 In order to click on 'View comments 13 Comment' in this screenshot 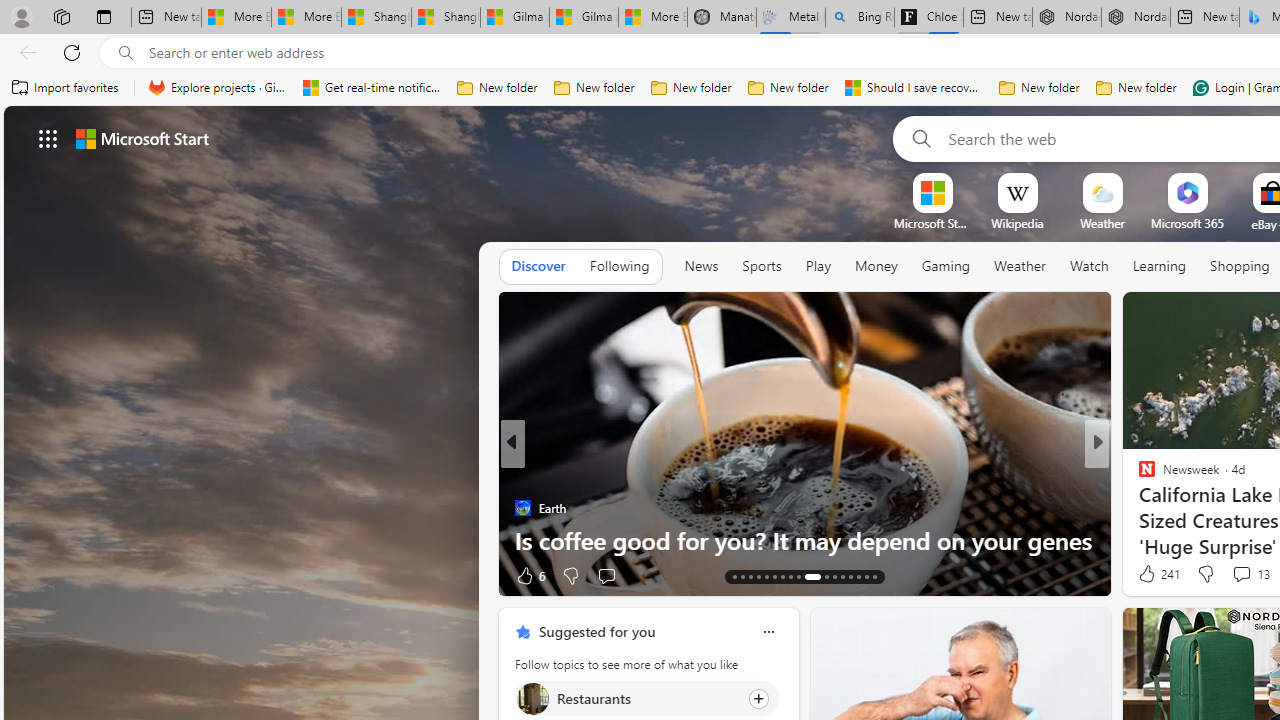, I will do `click(1240, 573)`.